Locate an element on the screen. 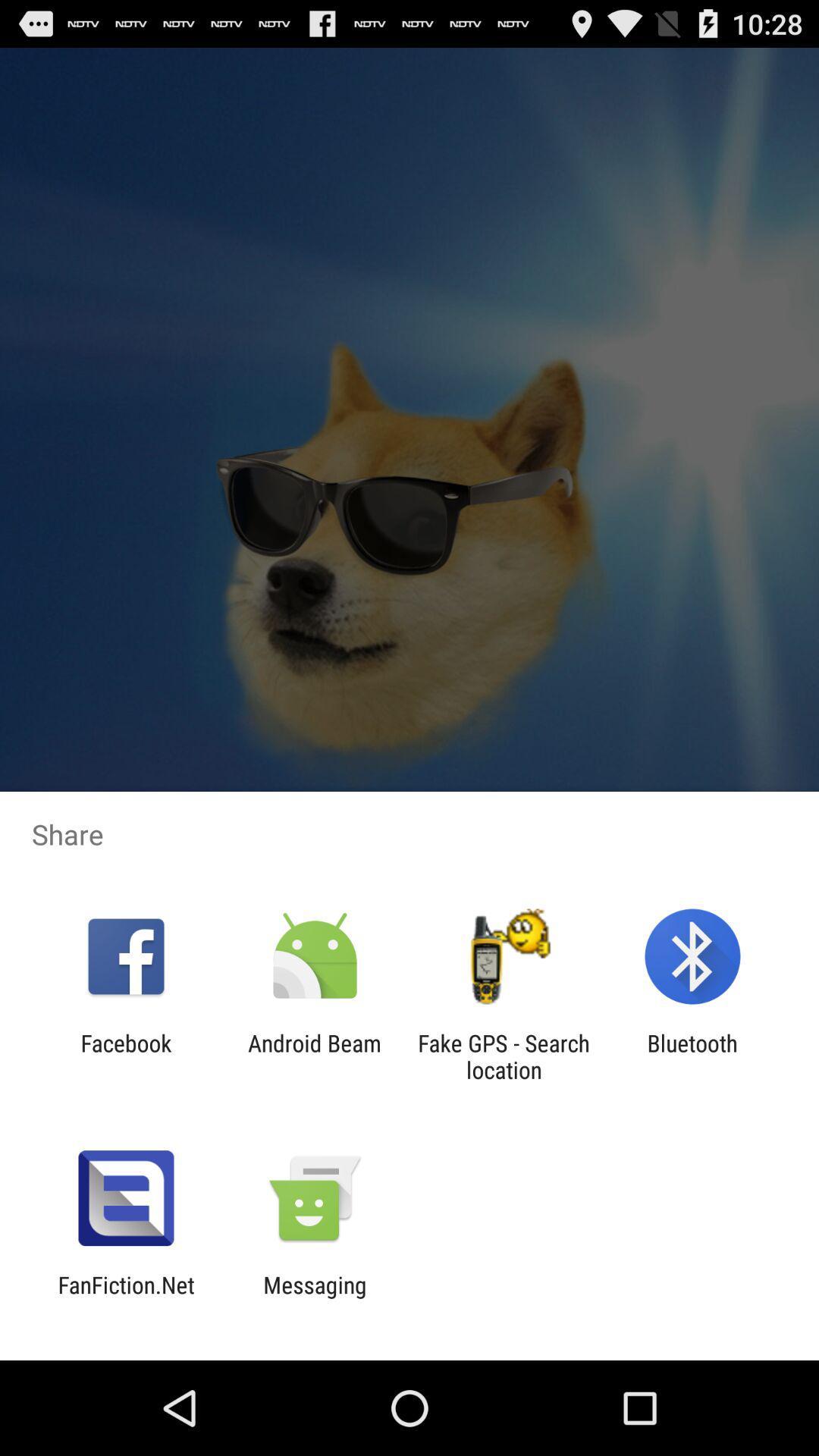 The image size is (819, 1456). app next to messaging app is located at coordinates (125, 1298).